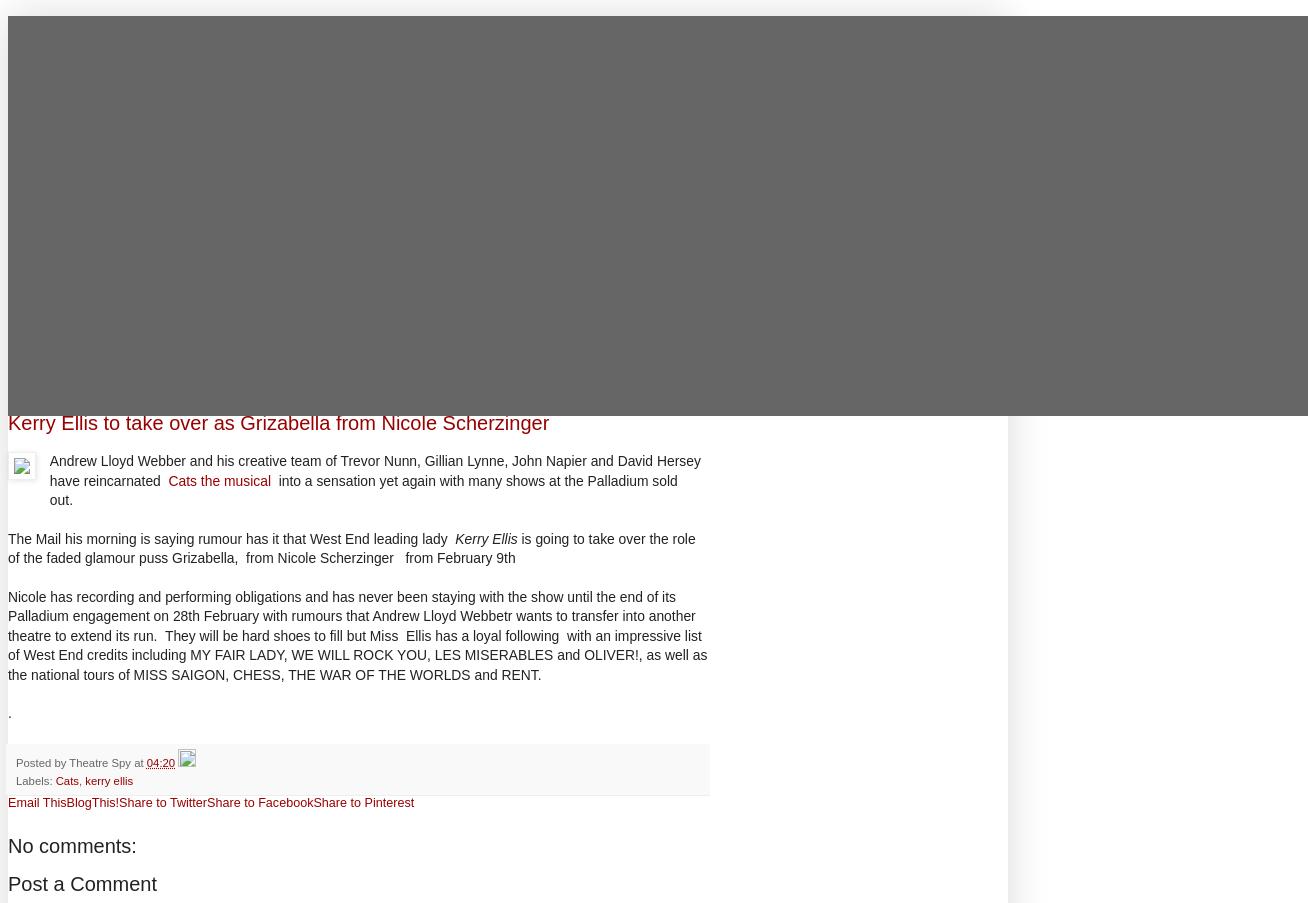  What do you see at coordinates (363, 802) in the screenshot?
I see `'Share to Pinterest'` at bounding box center [363, 802].